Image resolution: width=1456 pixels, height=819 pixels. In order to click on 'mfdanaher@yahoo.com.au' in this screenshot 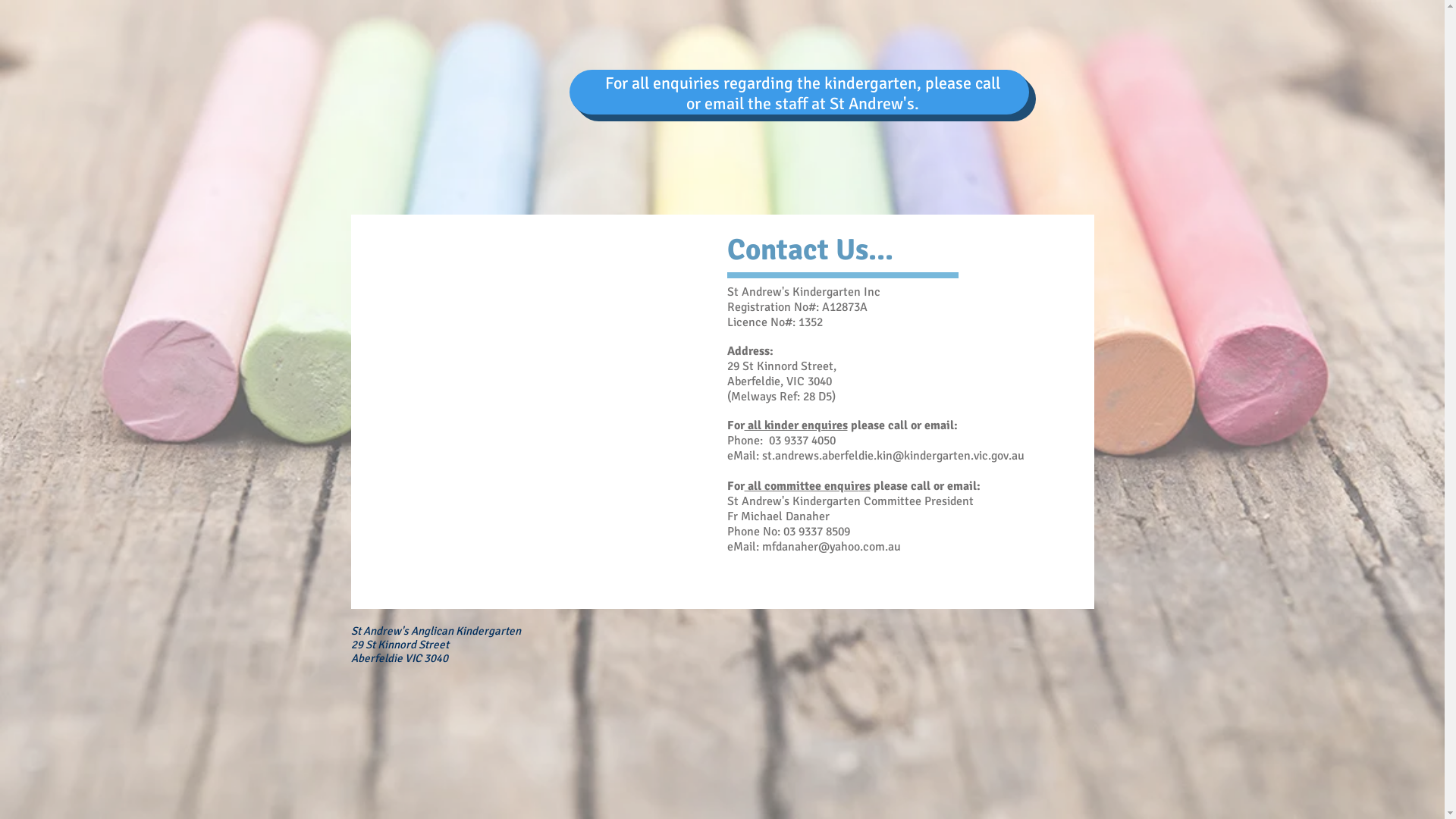, I will do `click(830, 547)`.